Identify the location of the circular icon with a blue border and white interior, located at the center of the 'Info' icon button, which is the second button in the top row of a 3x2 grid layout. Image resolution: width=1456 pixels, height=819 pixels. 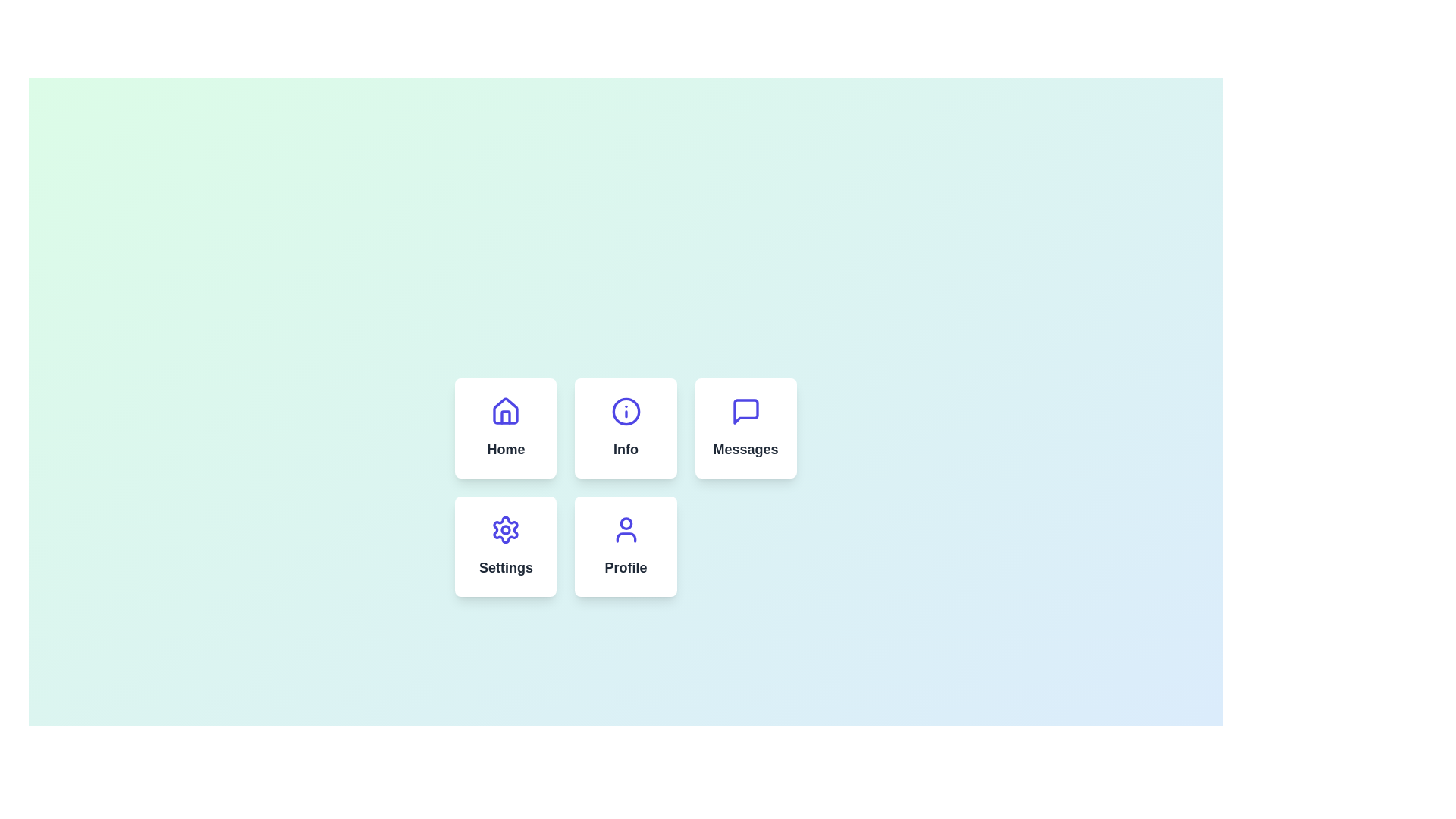
(626, 412).